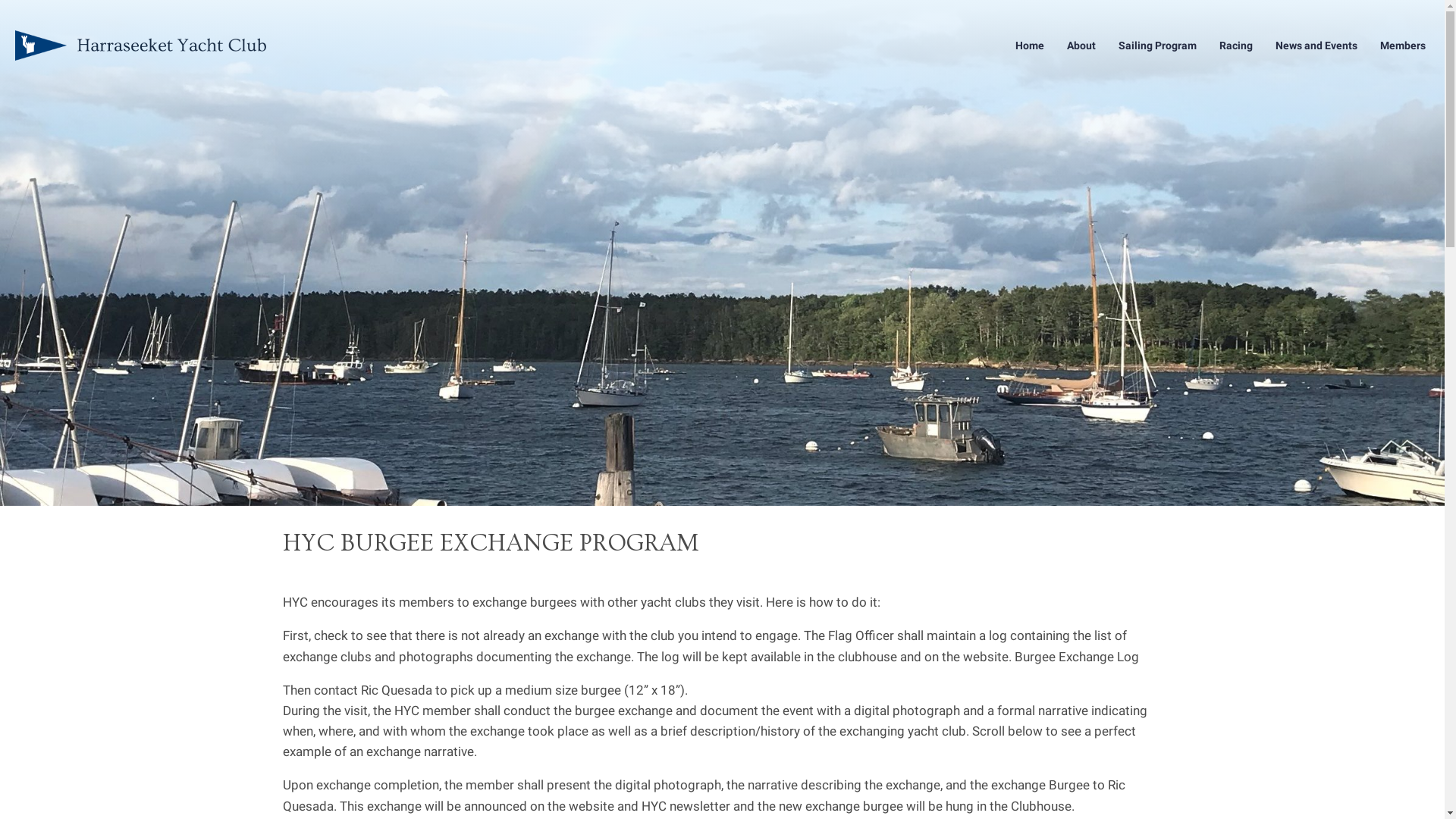 This screenshot has width=1456, height=819. What do you see at coordinates (1401, 45) in the screenshot?
I see `'Members'` at bounding box center [1401, 45].